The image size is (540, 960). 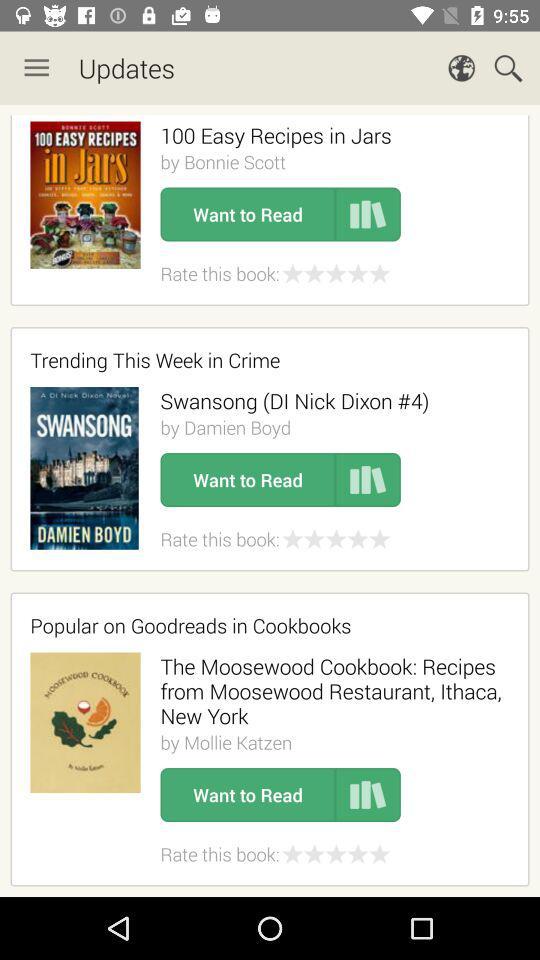 I want to click on book to library, so click(x=367, y=480).